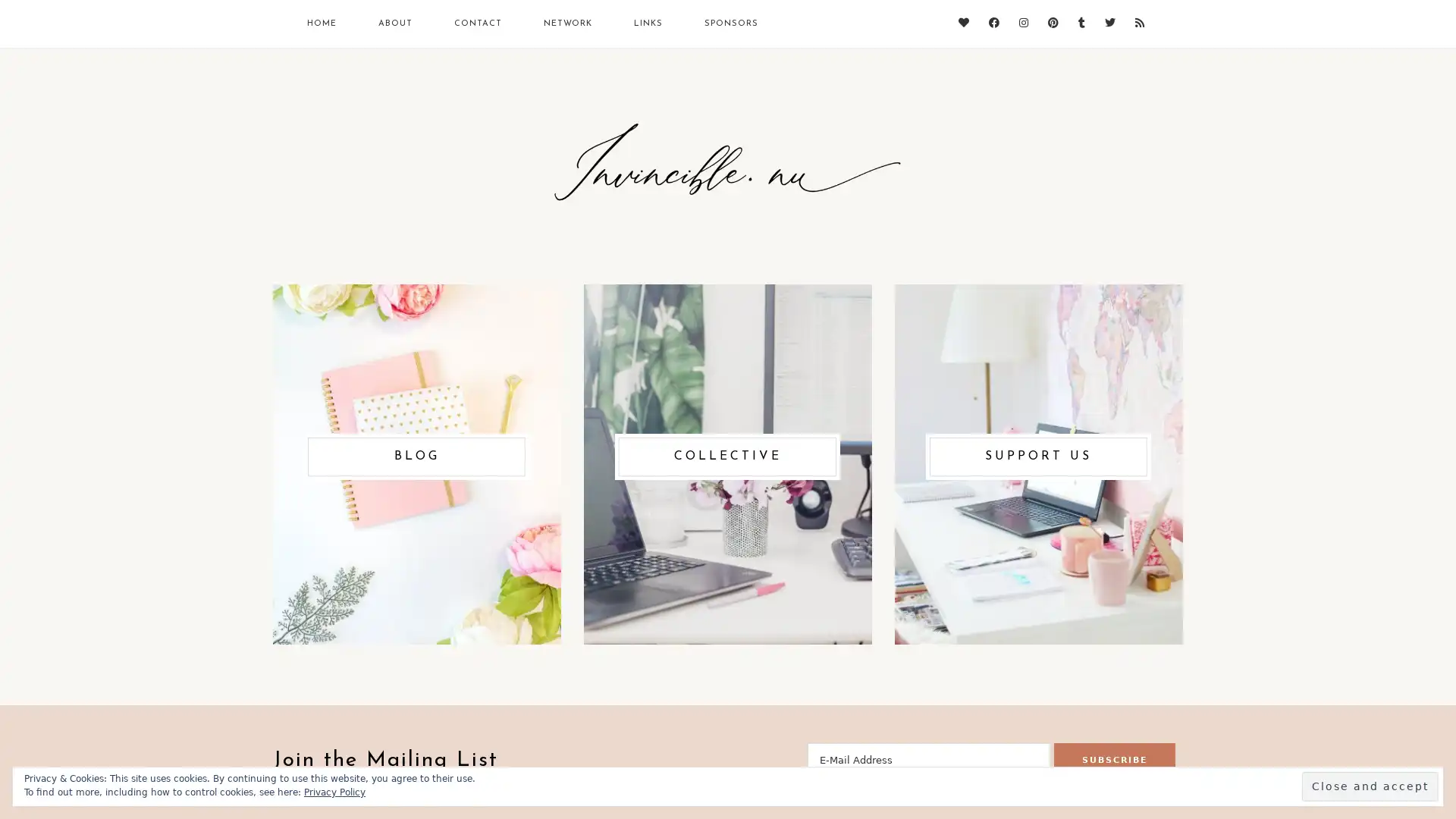  What do you see at coordinates (1370, 786) in the screenshot?
I see `Close and accept` at bounding box center [1370, 786].